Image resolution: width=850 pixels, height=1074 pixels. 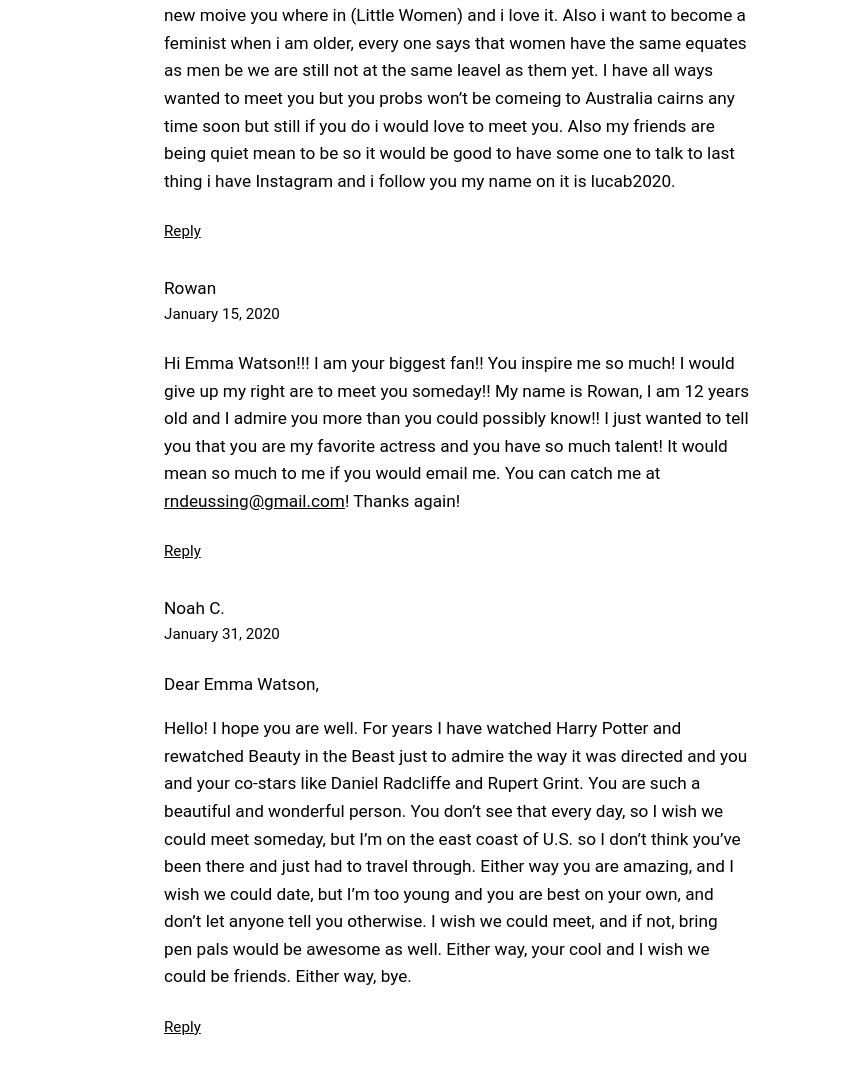 I want to click on 'Dear Emma Watson,', so click(x=240, y=681).